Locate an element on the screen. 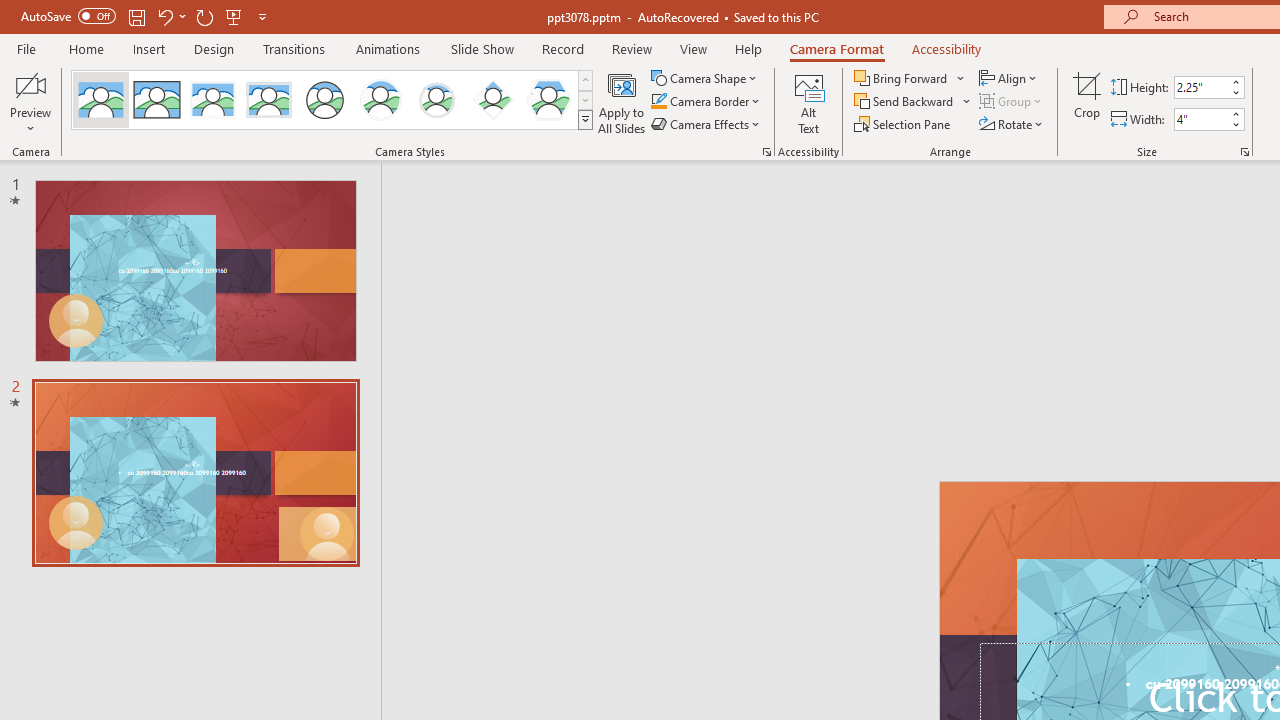 The image size is (1280, 720). 'Soft Edge Rectangle' is located at coordinates (267, 100).